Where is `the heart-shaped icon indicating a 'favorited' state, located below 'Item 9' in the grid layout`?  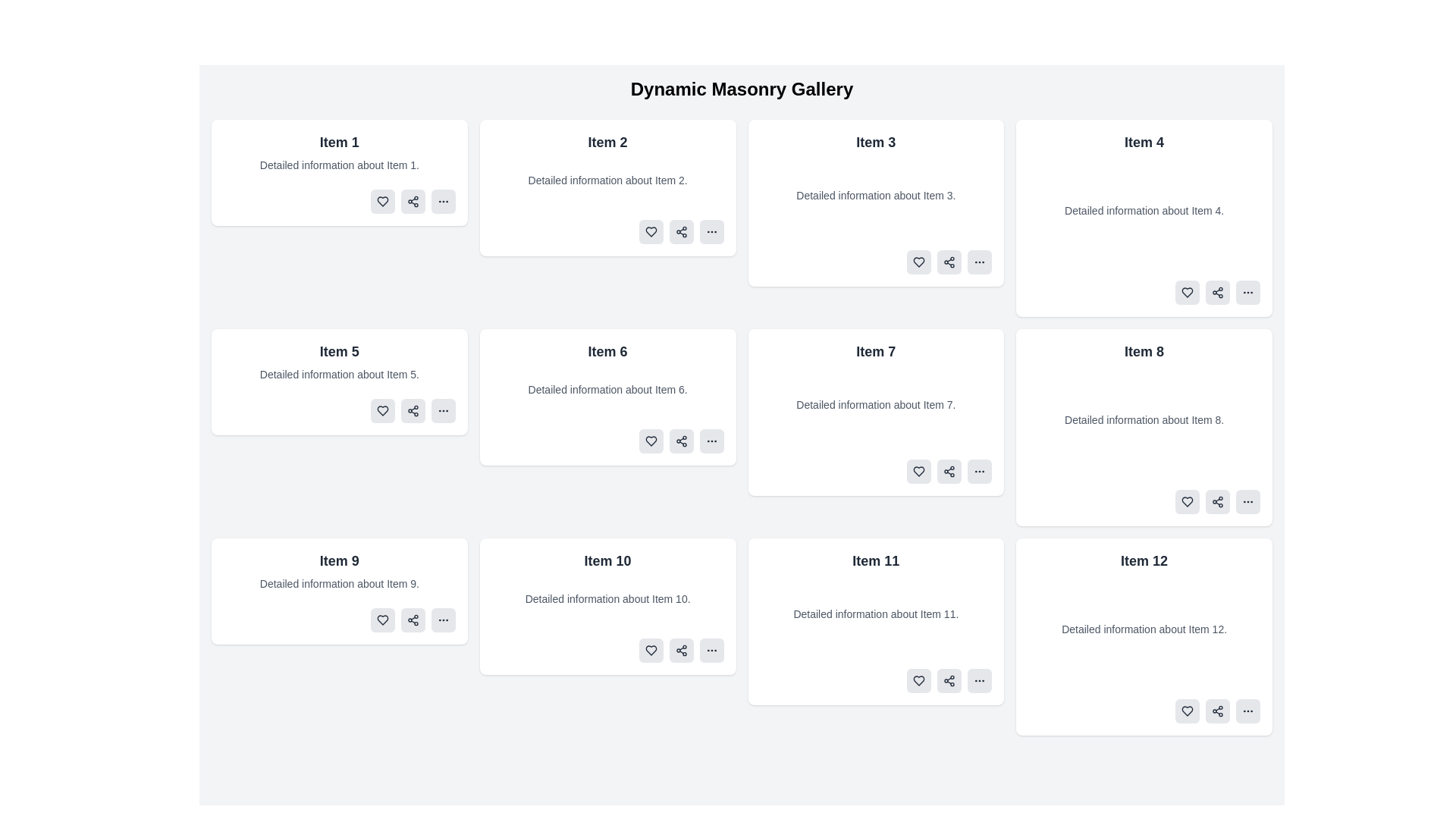
the heart-shaped icon indicating a 'favorited' state, located below 'Item 9' in the grid layout is located at coordinates (382, 620).